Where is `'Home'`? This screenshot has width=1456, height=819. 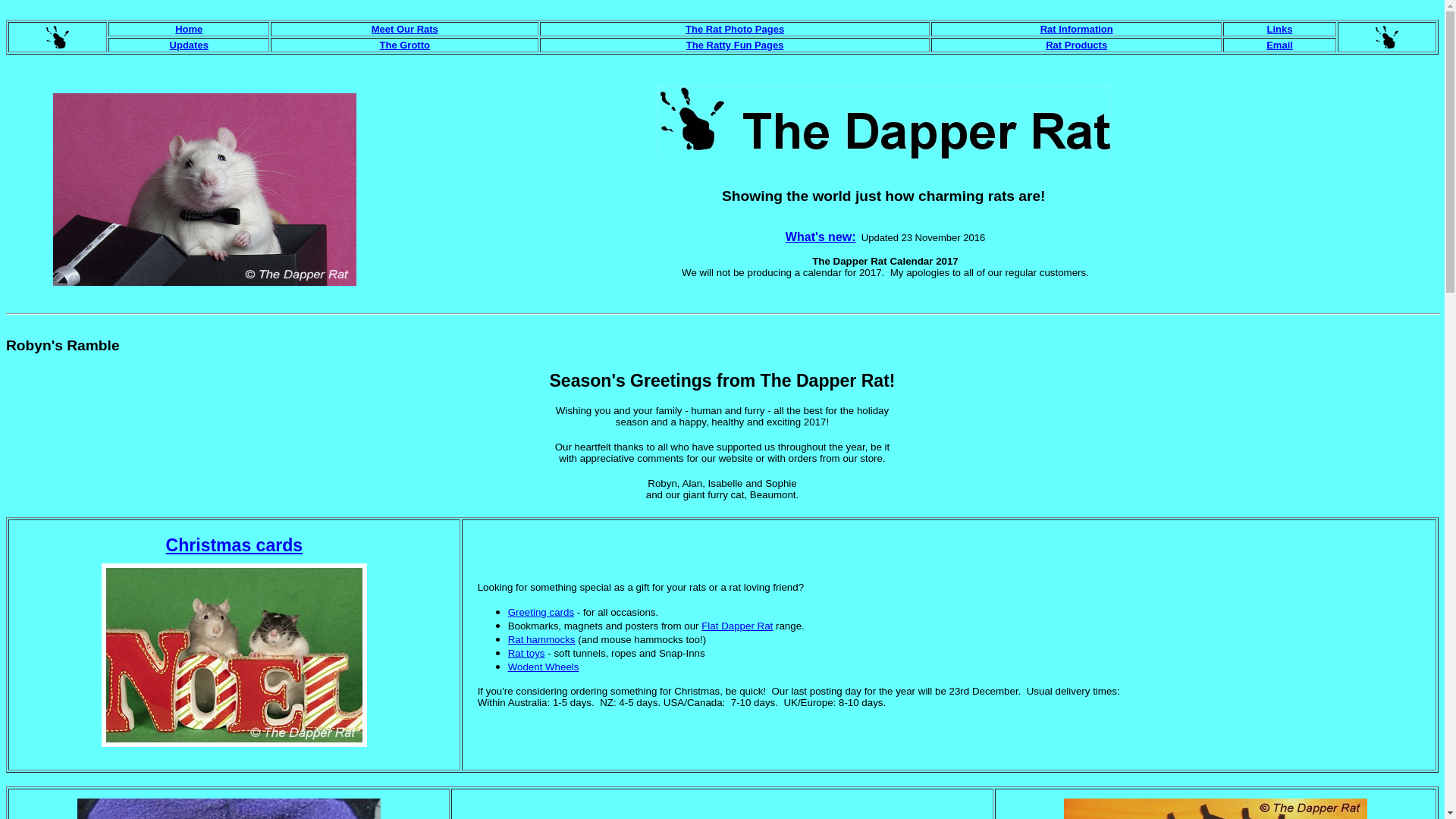 'Home' is located at coordinates (174, 29).